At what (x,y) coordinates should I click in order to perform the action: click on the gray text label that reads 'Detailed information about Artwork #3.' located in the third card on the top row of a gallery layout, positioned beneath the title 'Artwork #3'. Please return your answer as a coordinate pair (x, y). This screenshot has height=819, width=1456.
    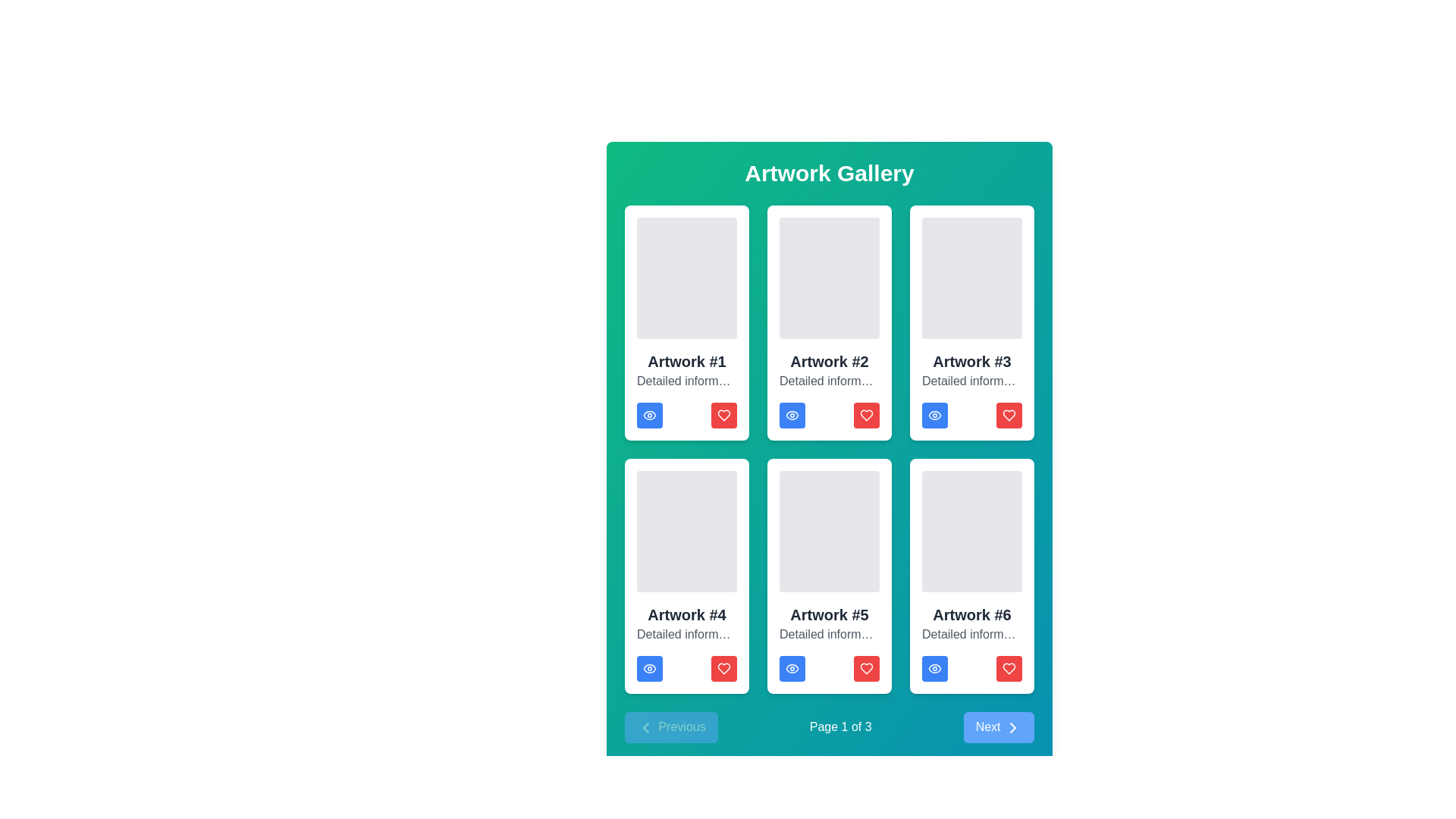
    Looking at the image, I should click on (971, 380).